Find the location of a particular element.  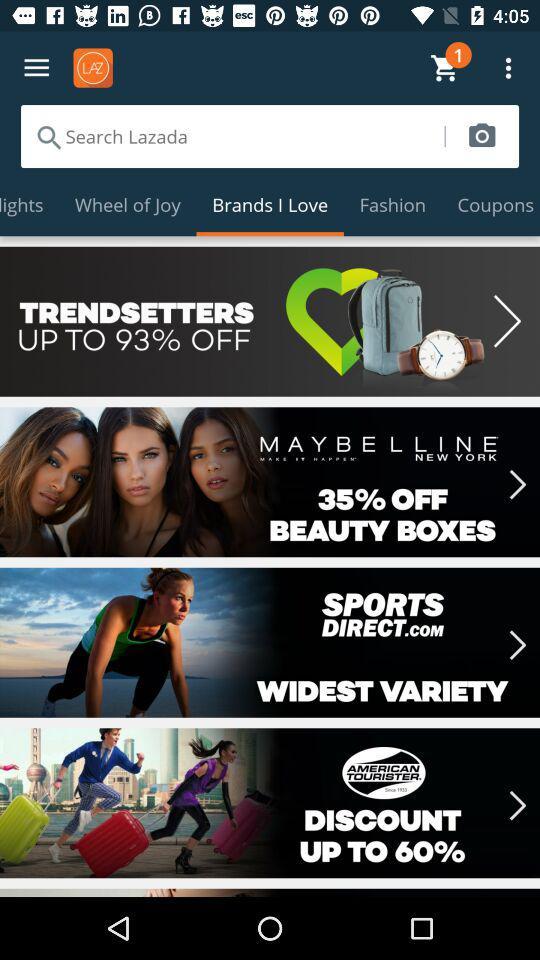

explore maybelline new york products is located at coordinates (270, 481).